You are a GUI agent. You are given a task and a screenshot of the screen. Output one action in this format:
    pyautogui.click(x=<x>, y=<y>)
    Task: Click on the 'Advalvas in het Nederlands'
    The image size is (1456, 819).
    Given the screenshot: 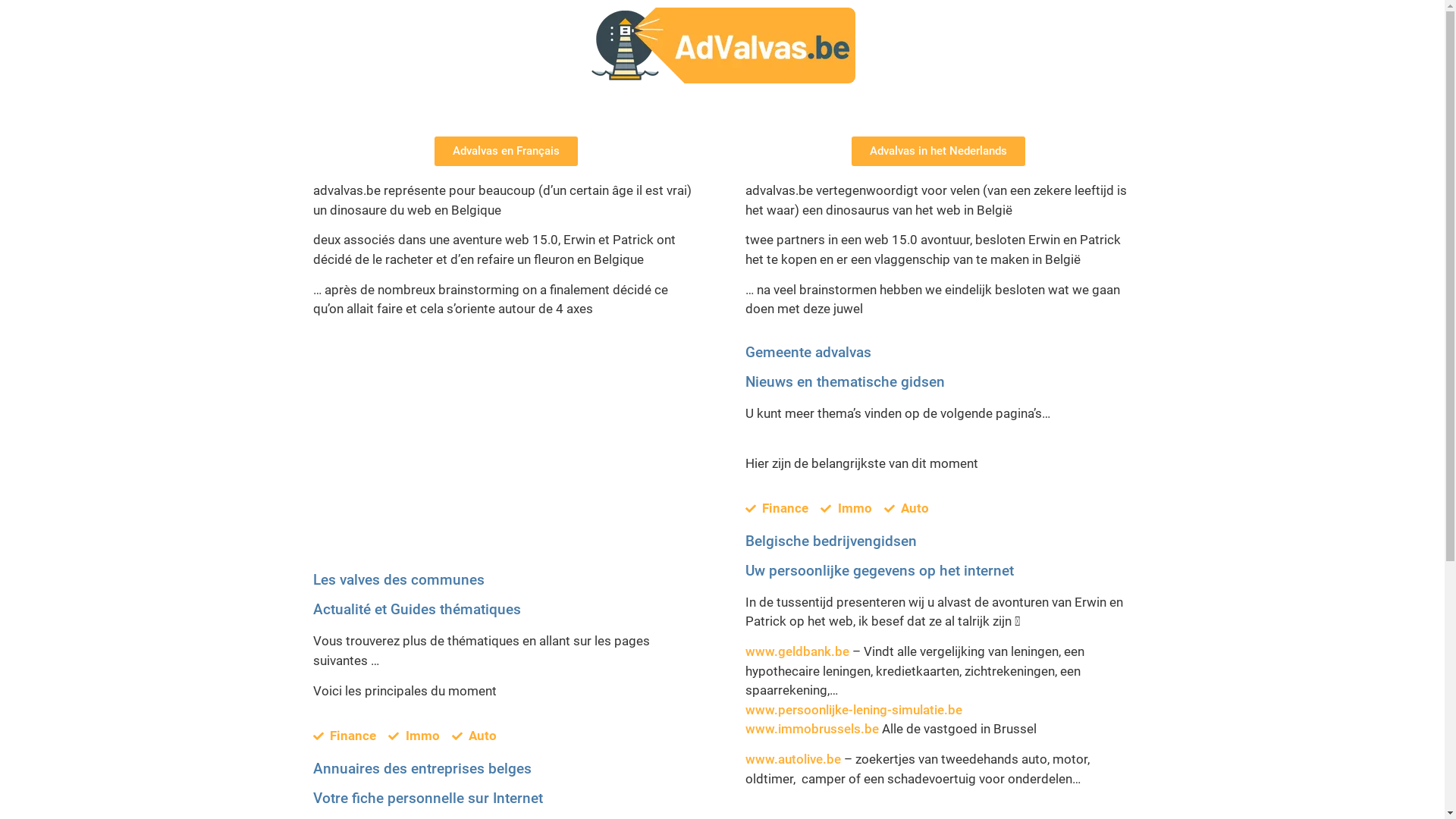 What is the action you would take?
    pyautogui.click(x=937, y=151)
    